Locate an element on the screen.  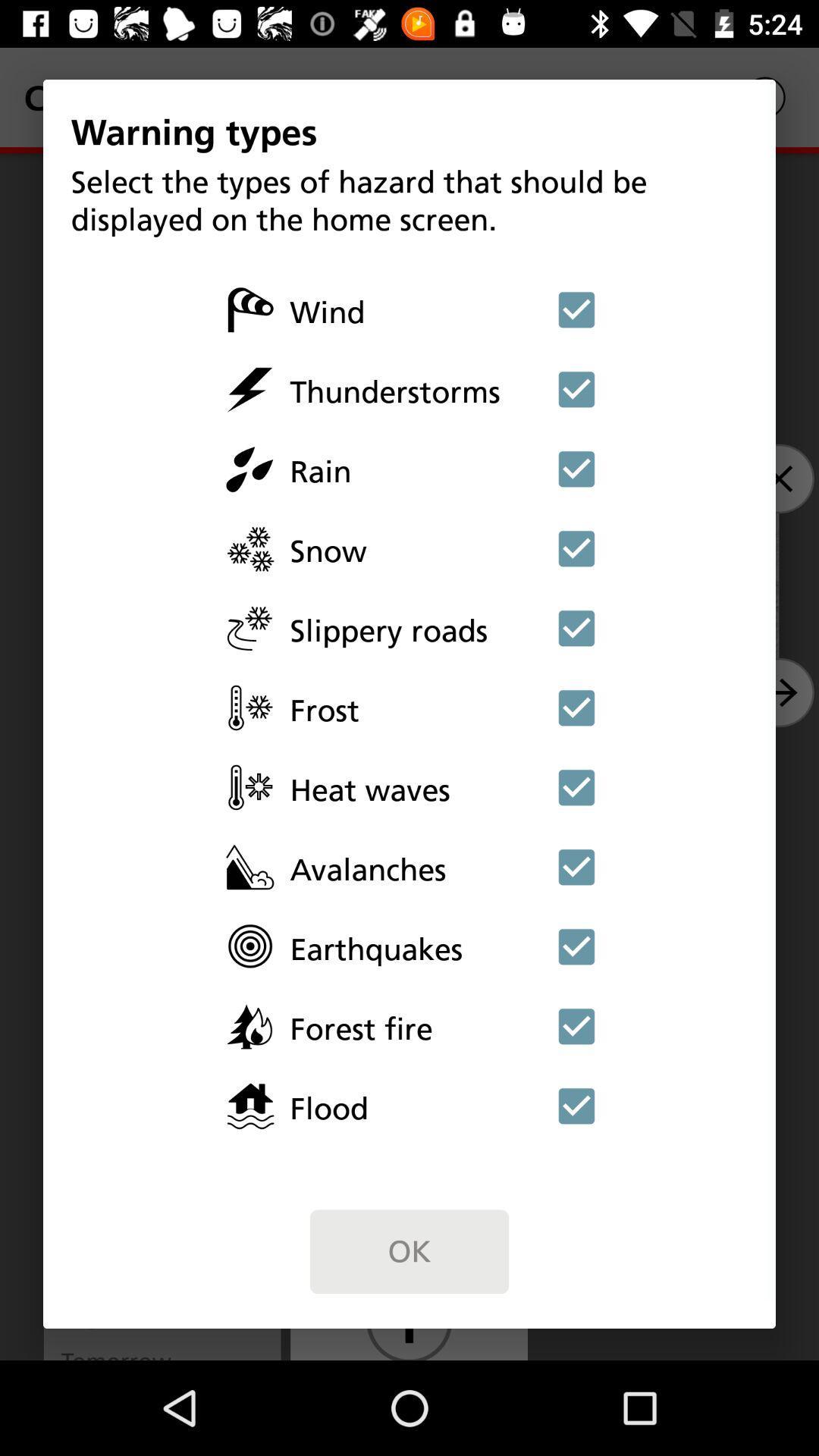
warning type is located at coordinates (576, 707).